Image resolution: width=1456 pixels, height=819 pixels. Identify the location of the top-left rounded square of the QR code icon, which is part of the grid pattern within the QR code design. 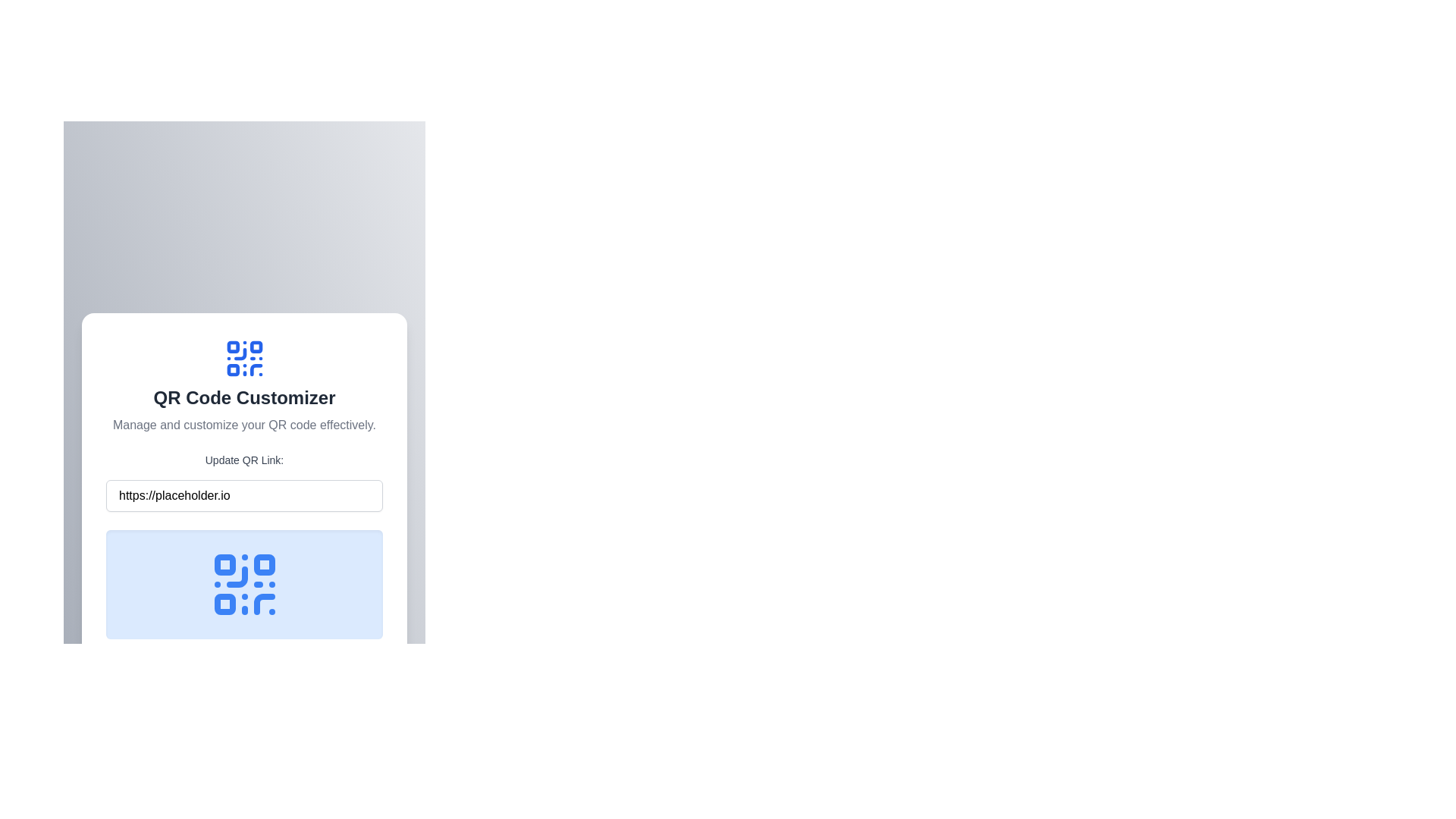
(224, 564).